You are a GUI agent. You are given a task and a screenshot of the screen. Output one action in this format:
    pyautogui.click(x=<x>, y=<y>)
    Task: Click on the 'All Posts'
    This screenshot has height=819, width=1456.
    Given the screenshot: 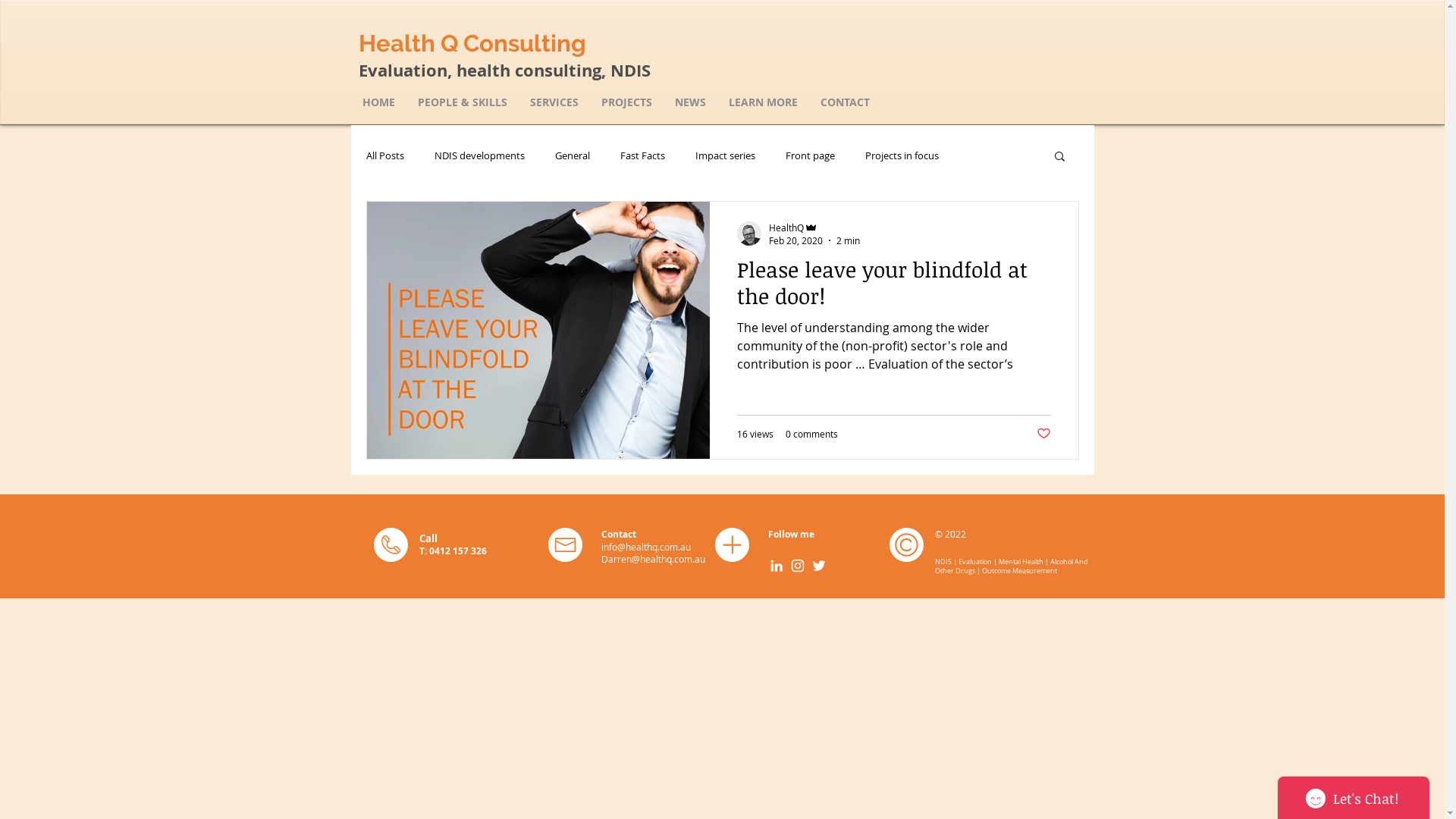 What is the action you would take?
    pyautogui.click(x=384, y=155)
    